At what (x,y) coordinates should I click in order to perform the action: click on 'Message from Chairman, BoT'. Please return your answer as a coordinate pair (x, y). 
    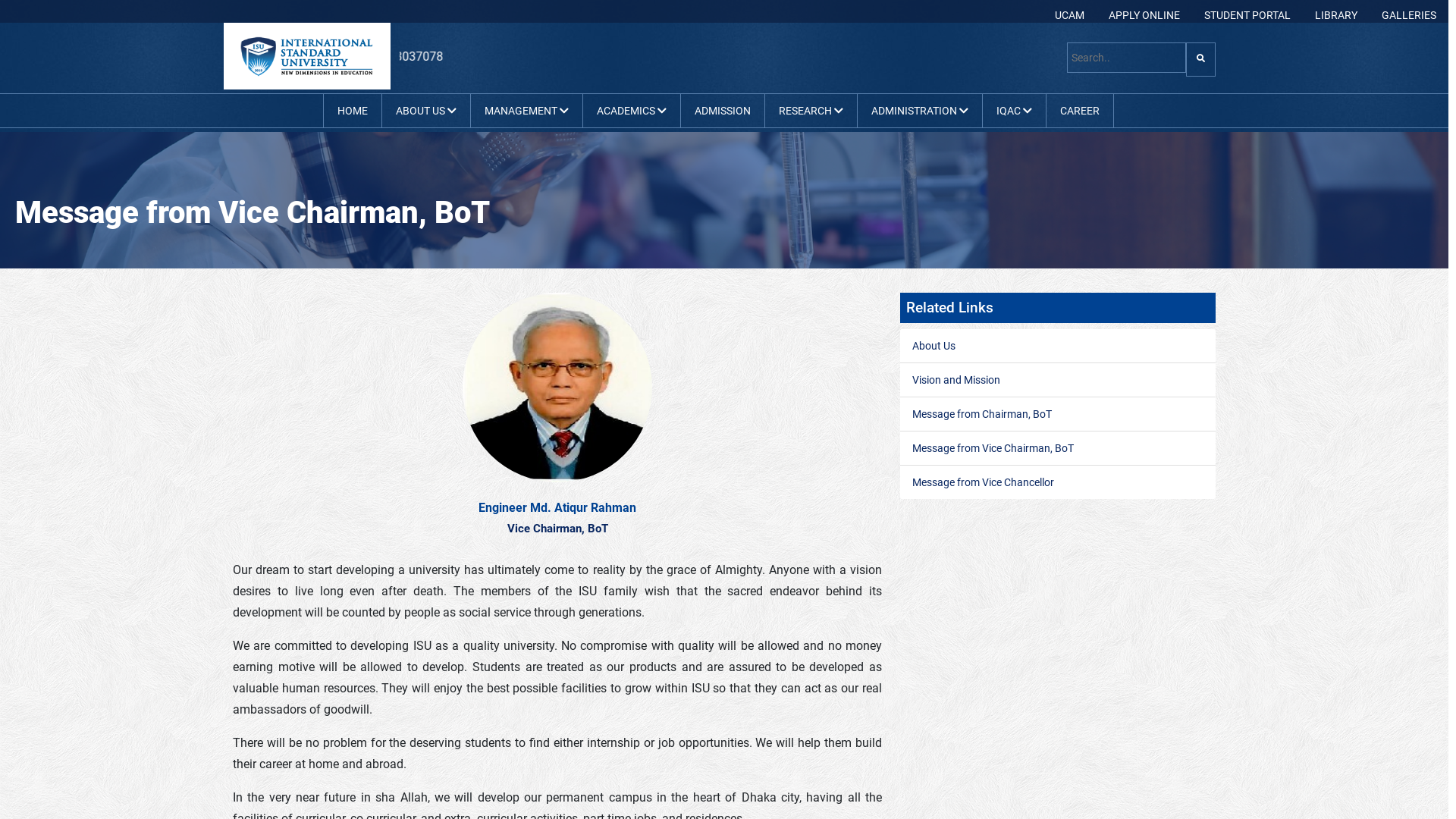
    Looking at the image, I should click on (982, 414).